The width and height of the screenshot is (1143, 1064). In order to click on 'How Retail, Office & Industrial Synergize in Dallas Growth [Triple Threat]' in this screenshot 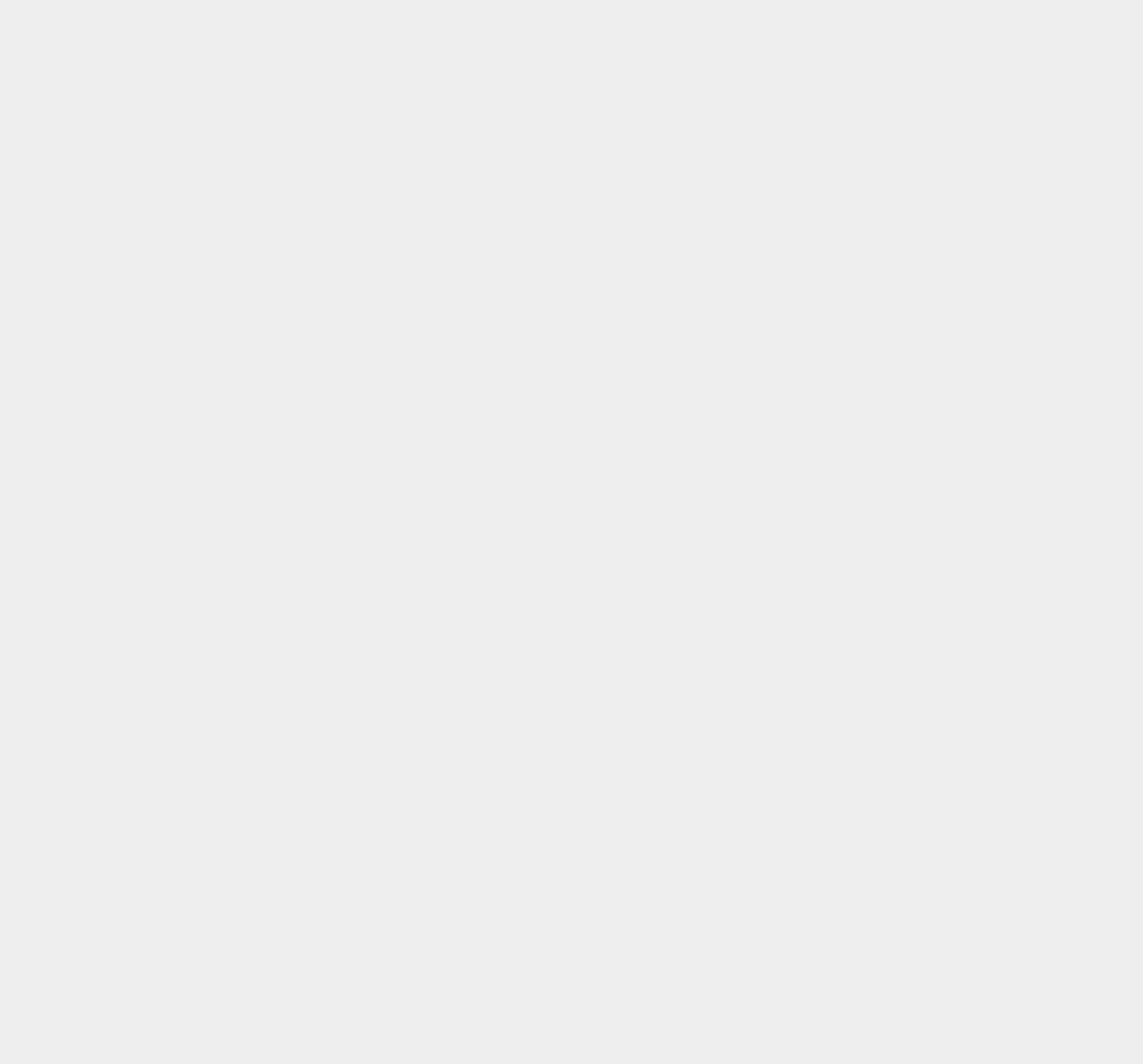, I will do `click(846, 264)`.